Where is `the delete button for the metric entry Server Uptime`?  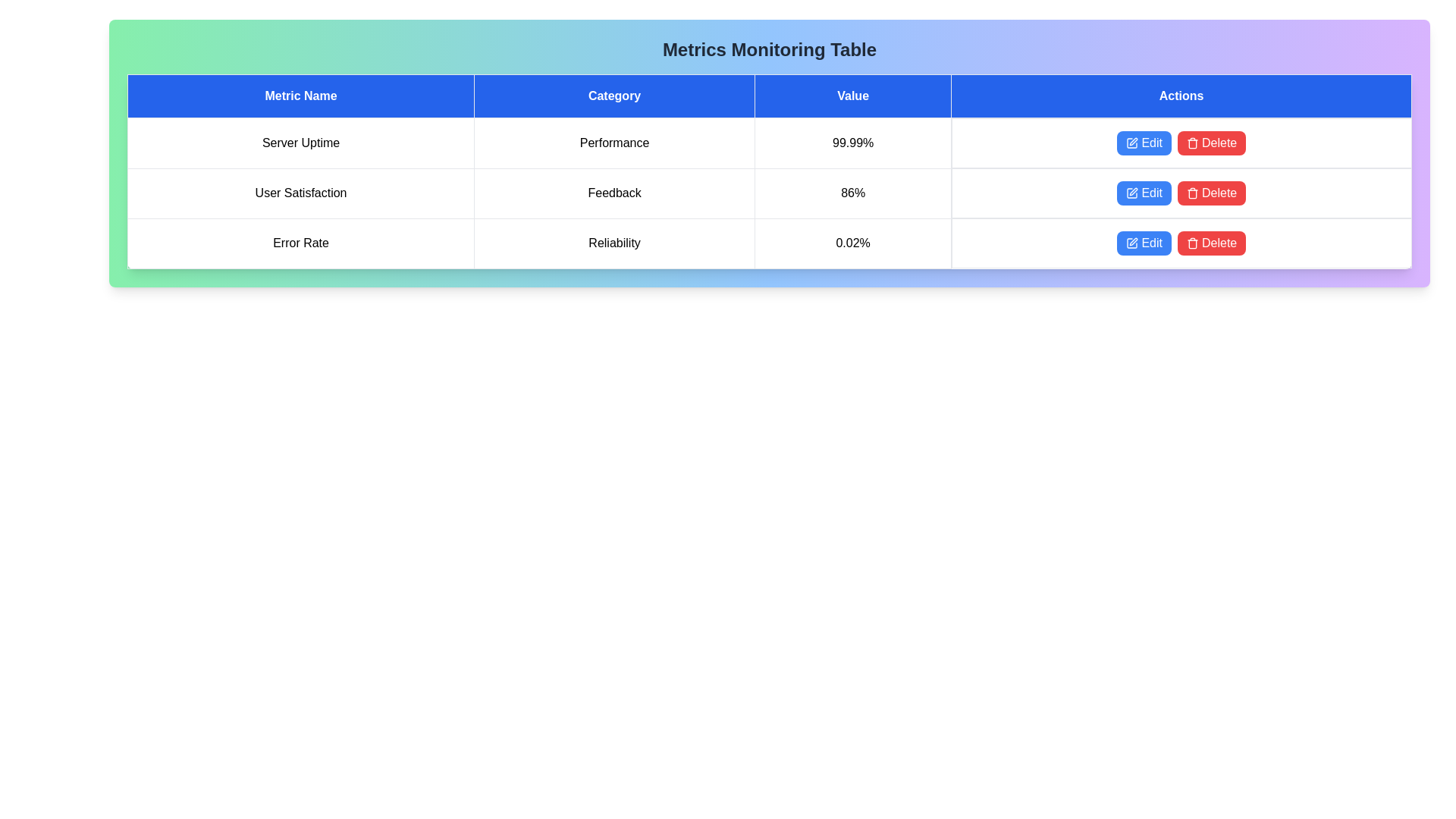 the delete button for the metric entry Server Uptime is located at coordinates (1211, 143).